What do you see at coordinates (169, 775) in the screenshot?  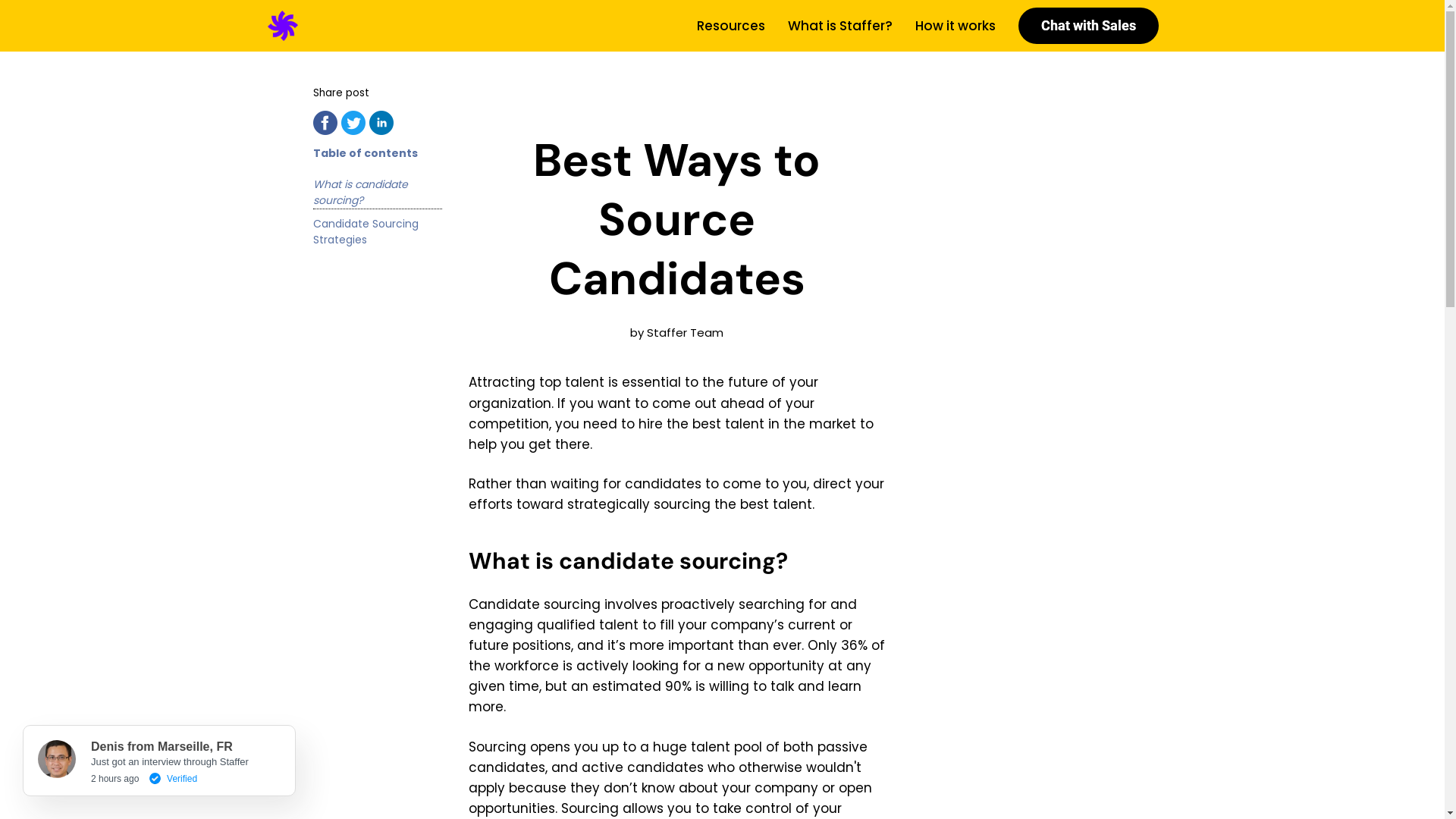 I see `'Verified'` at bounding box center [169, 775].